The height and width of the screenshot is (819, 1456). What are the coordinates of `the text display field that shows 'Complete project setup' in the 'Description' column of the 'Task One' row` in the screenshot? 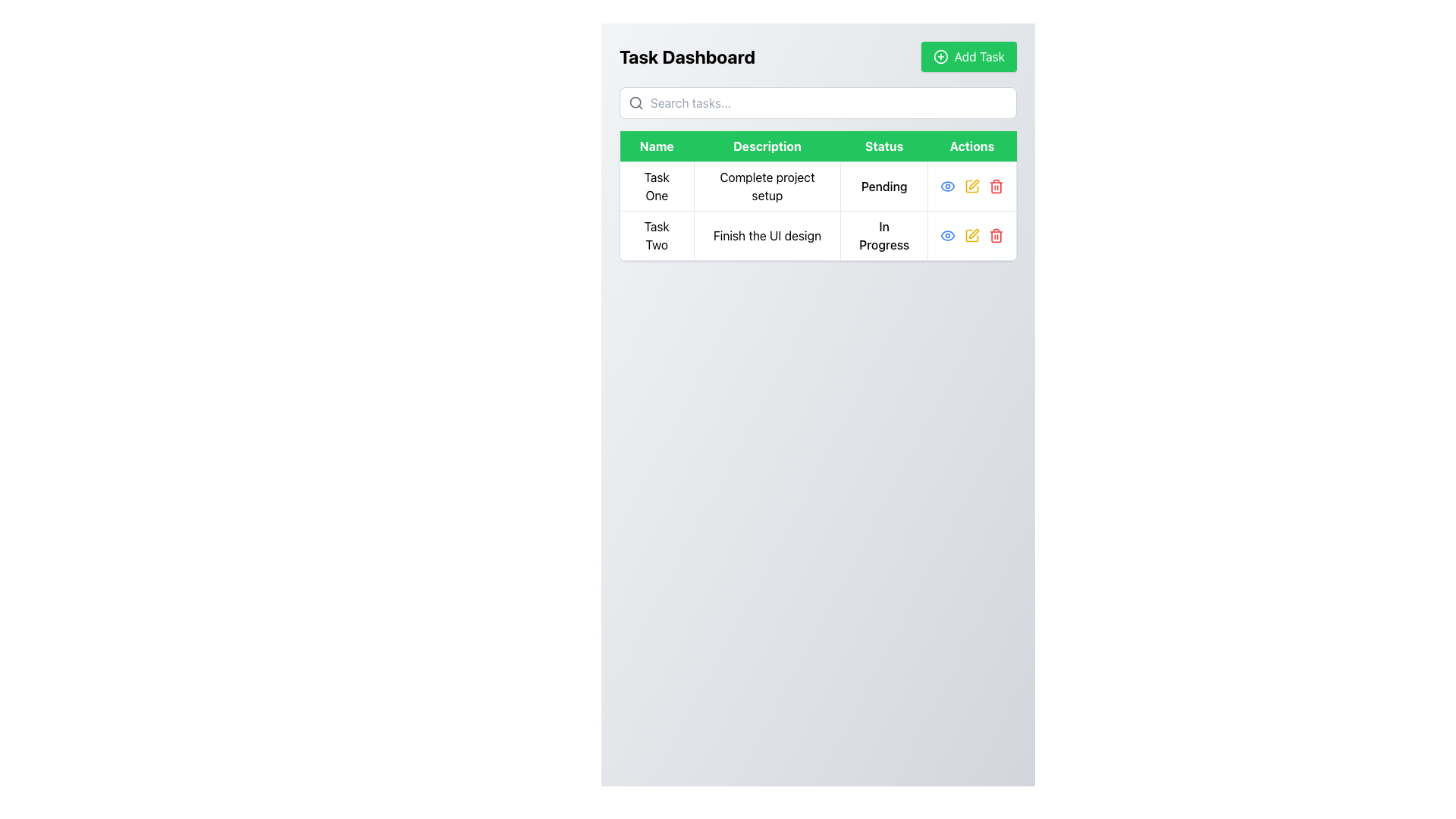 It's located at (767, 186).